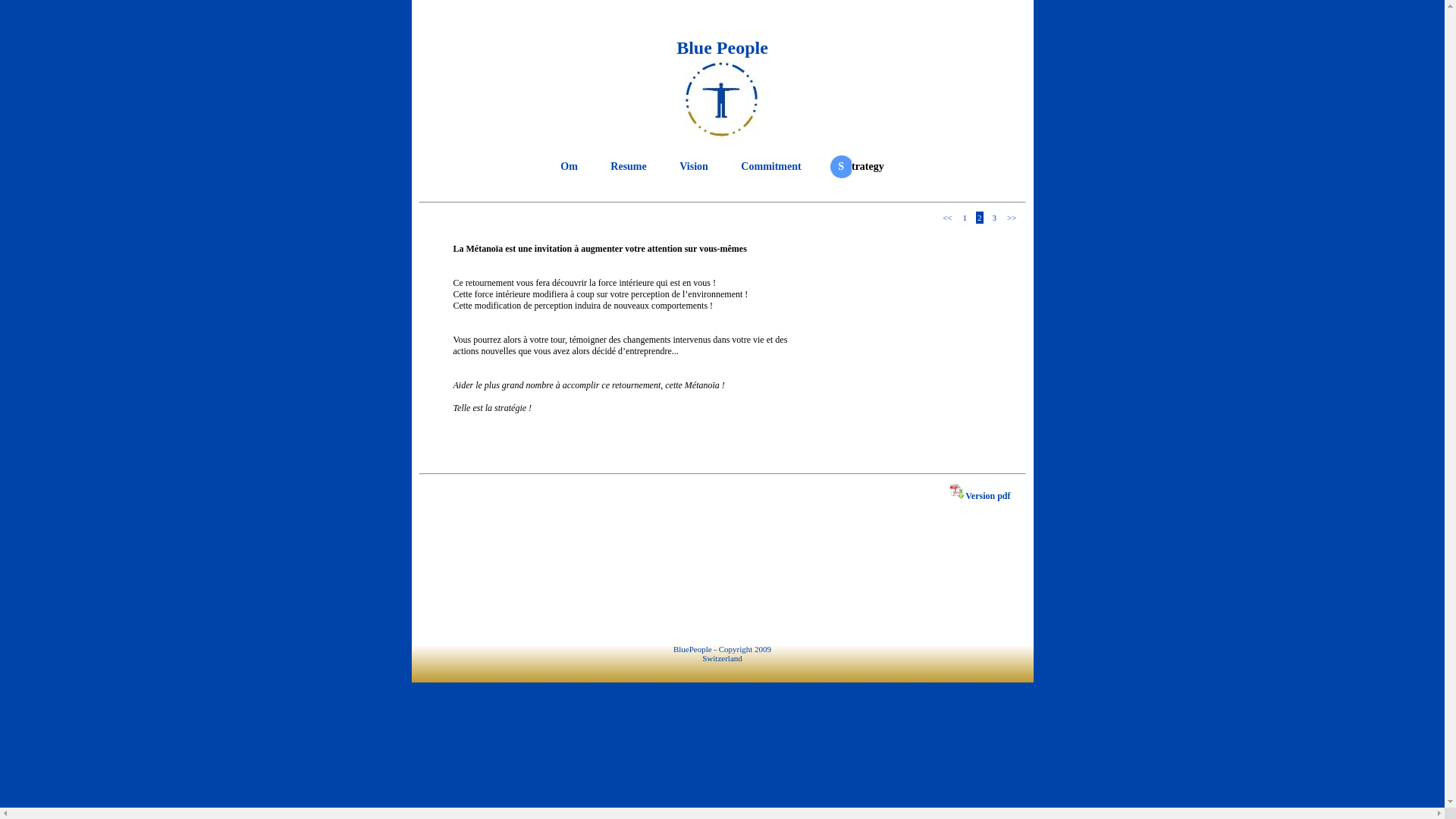  I want to click on 'Om', so click(568, 166).